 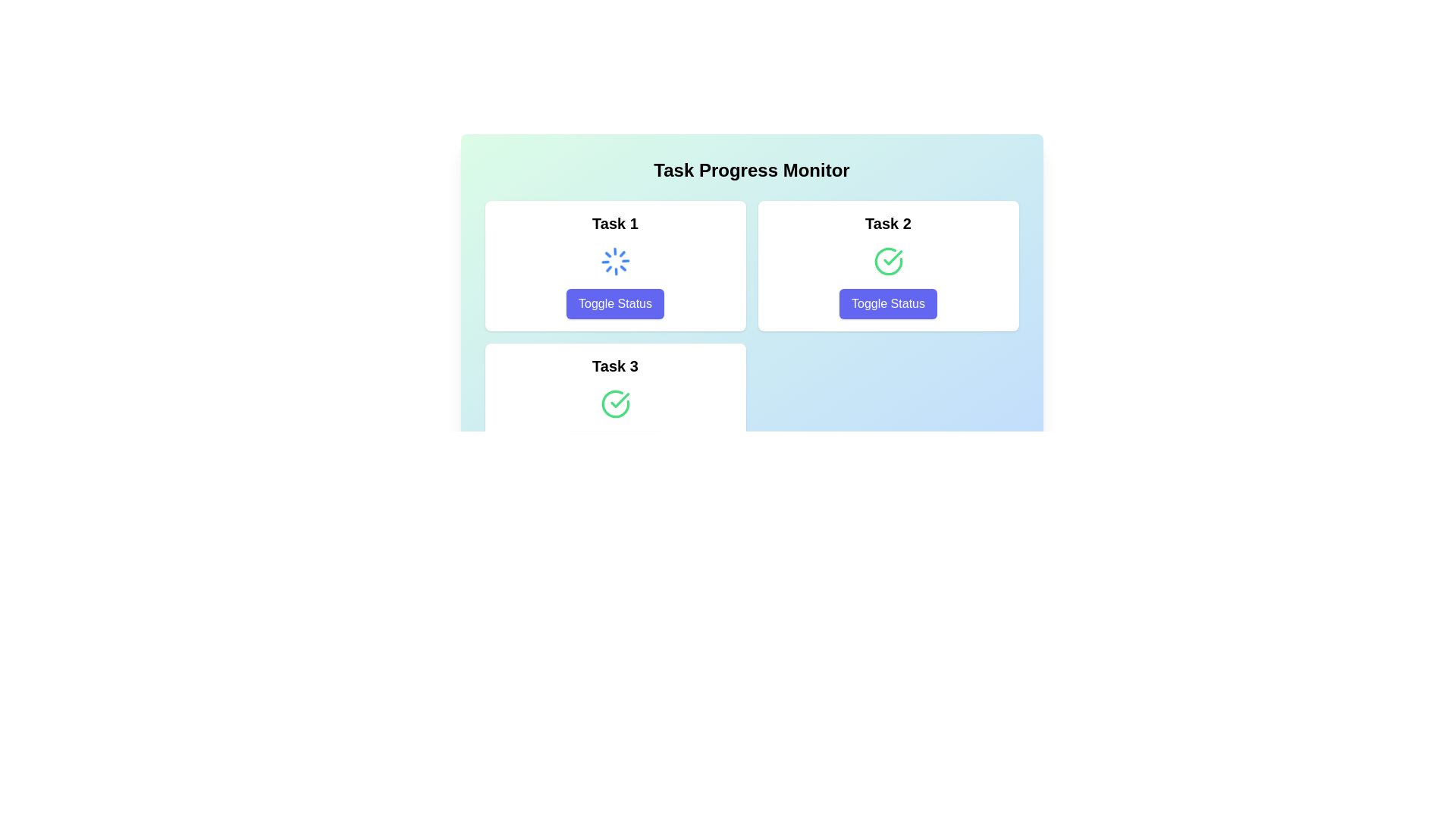 What do you see at coordinates (615, 223) in the screenshot?
I see `the text label that serves as a header or identifier for the associated task, located in the top left card on a grid layout, positioned above a spinner icon and a 'Toggle Status' button` at bounding box center [615, 223].